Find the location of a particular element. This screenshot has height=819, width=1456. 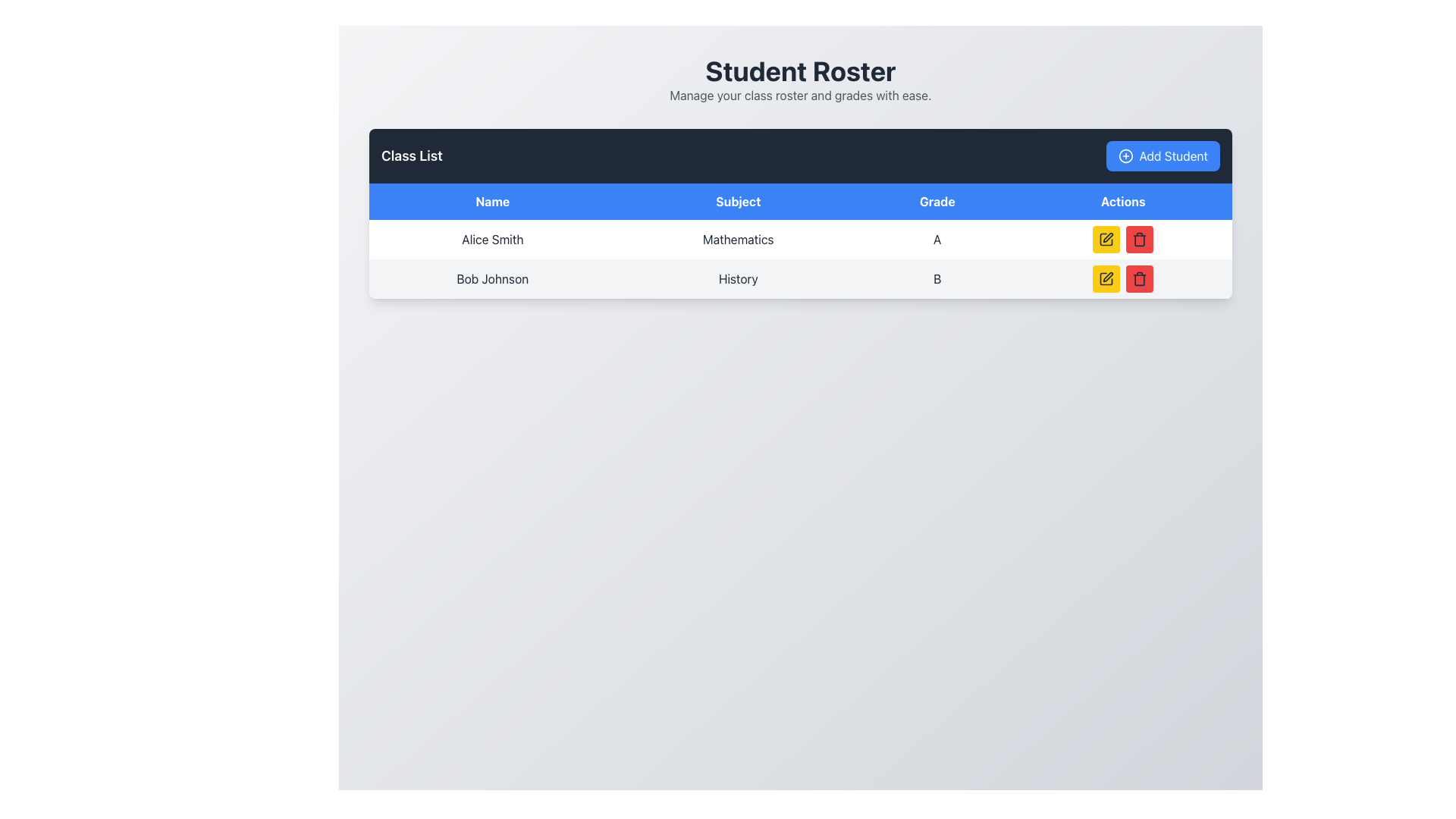

the delete button located in the bottom row of the table under the 'Actions' column, positioned to the right of a yellow button is located at coordinates (1140, 239).